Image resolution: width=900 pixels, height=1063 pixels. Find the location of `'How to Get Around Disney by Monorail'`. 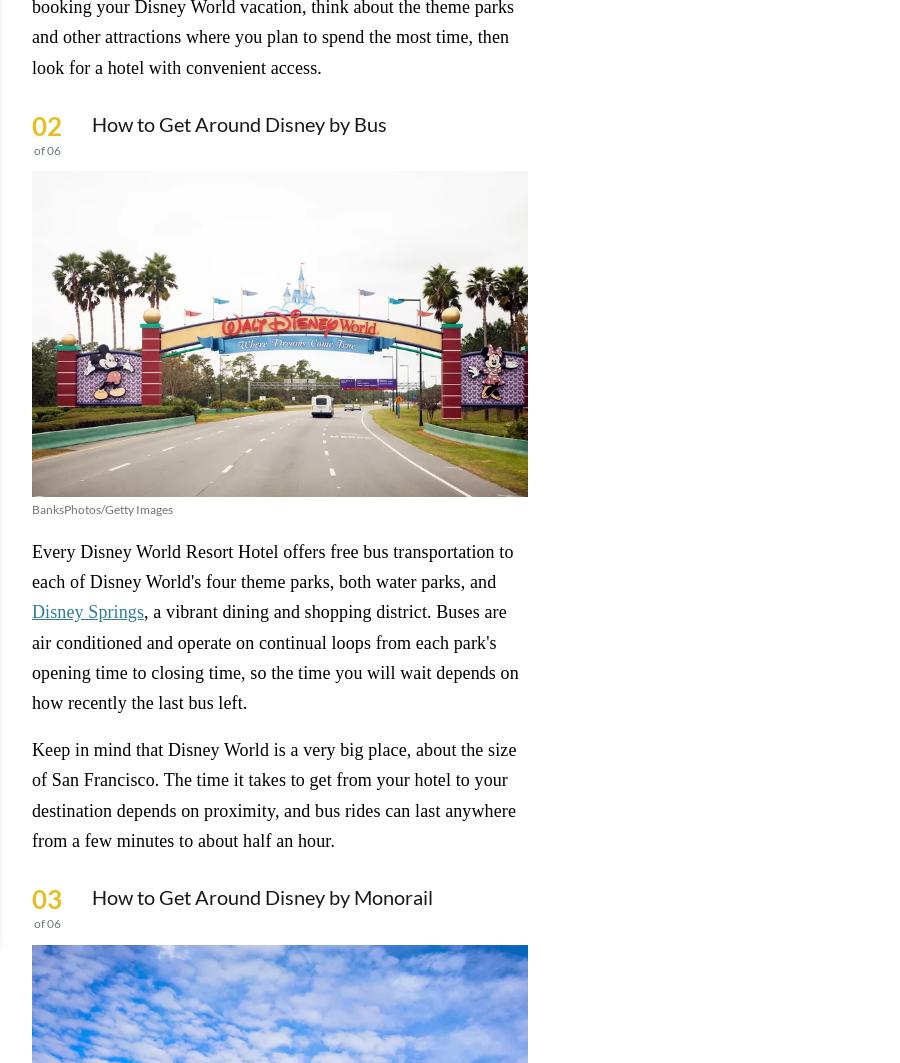

'How to Get Around Disney by Monorail' is located at coordinates (261, 895).